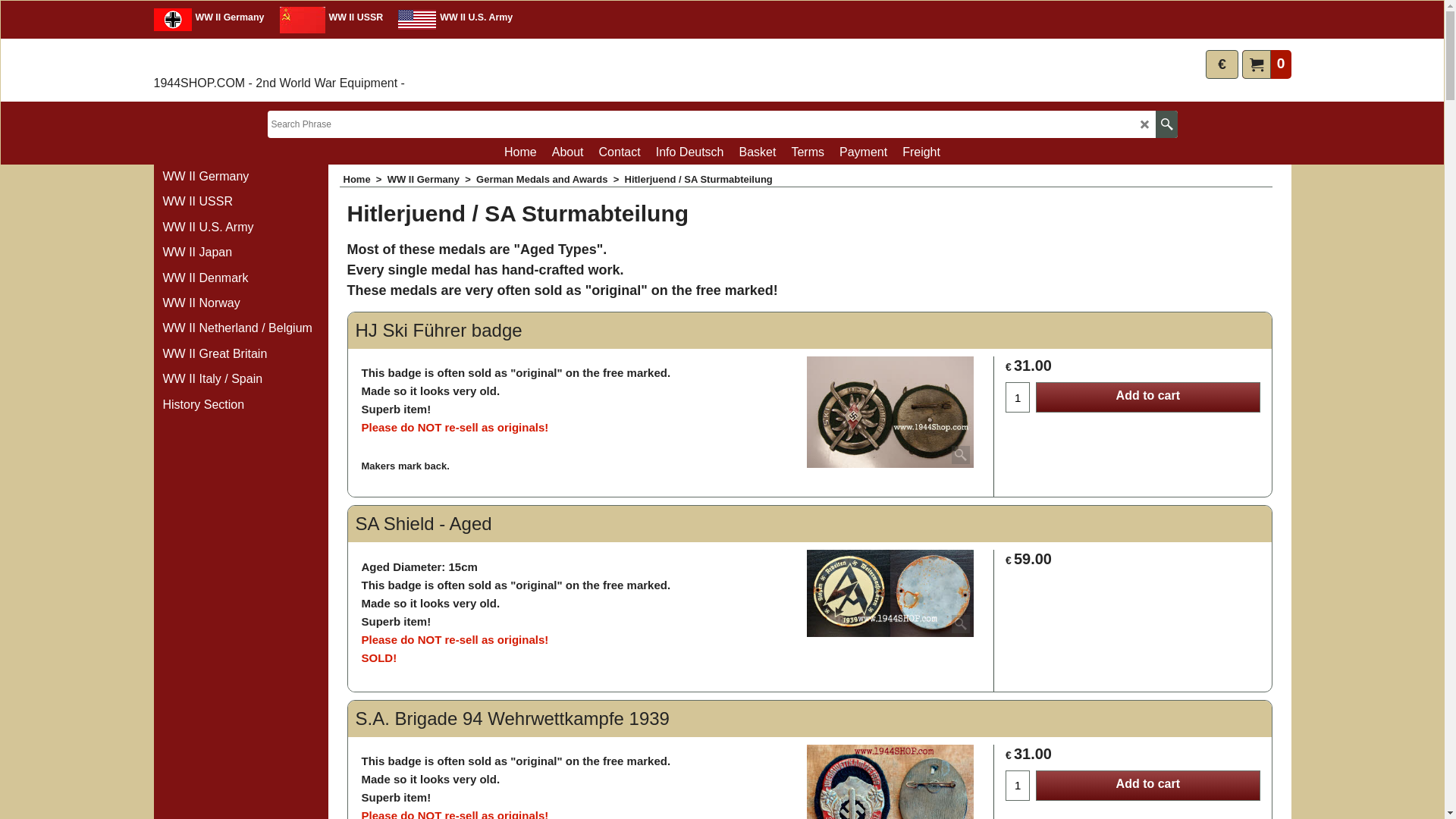  What do you see at coordinates (330, 20) in the screenshot?
I see `'WW II USSR'` at bounding box center [330, 20].